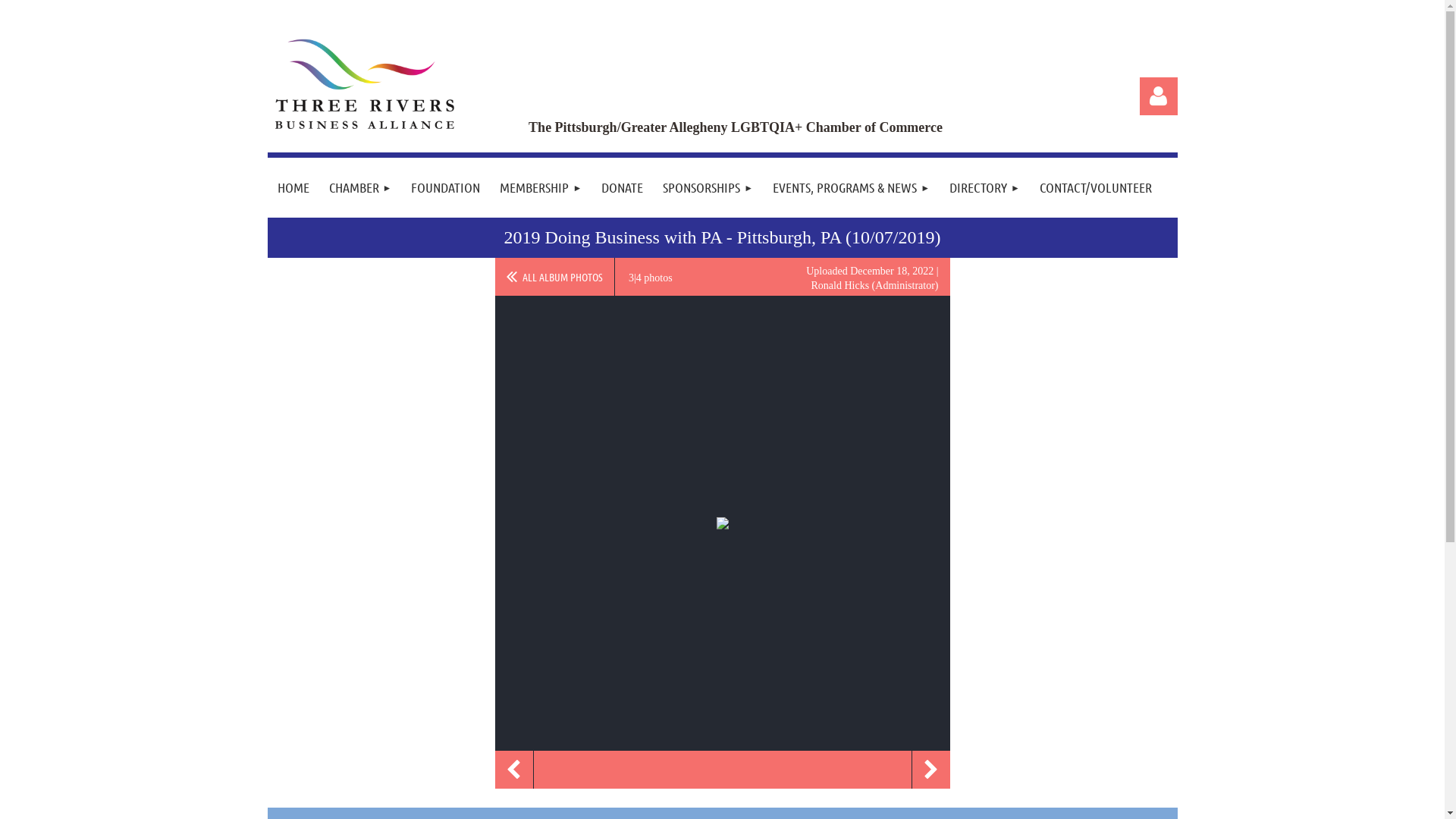 This screenshot has width=1456, height=819. Describe the element at coordinates (444, 187) in the screenshot. I see `'FOUNDATION'` at that location.